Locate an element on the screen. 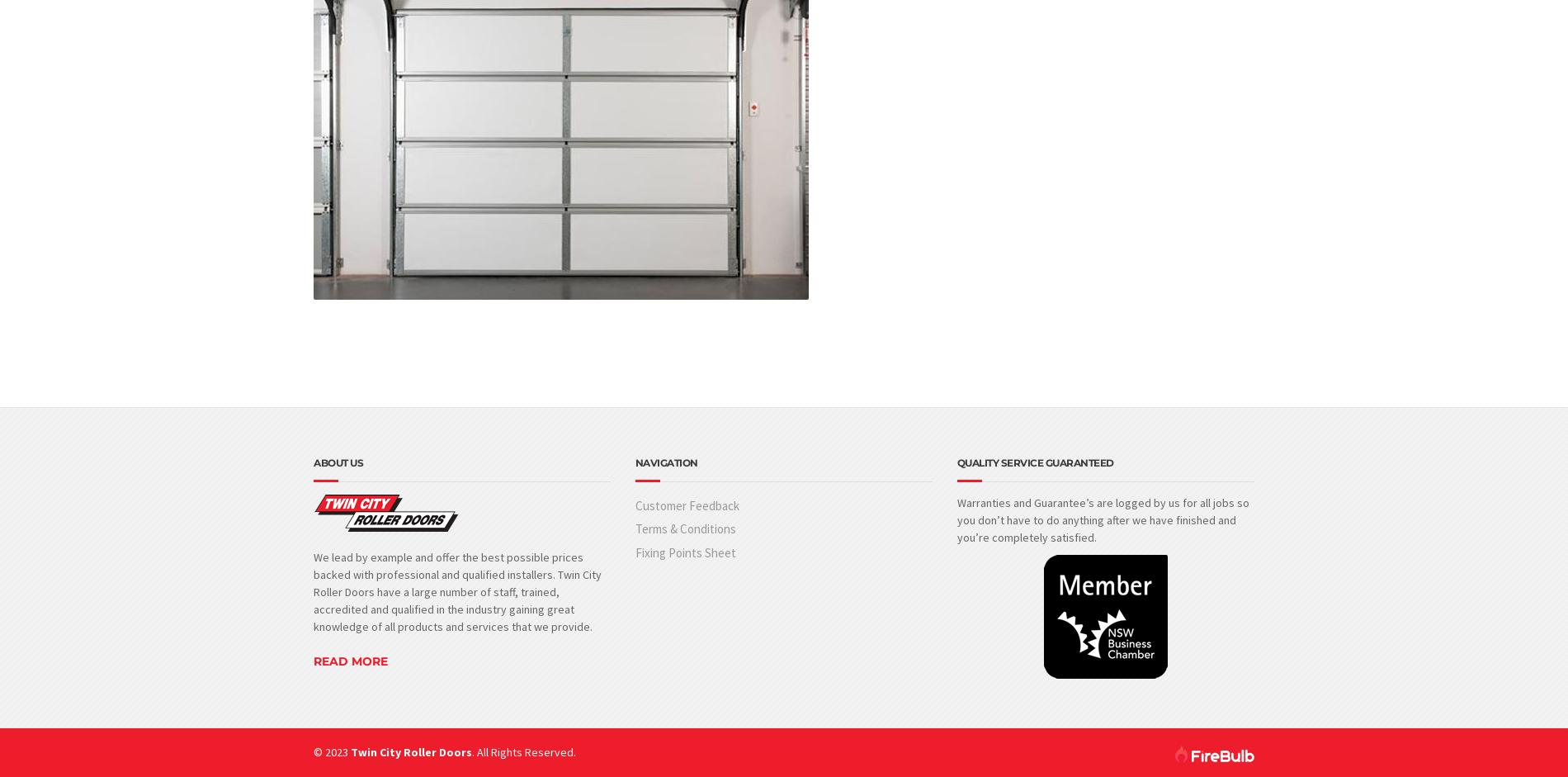 This screenshot has height=777, width=1568. 'NAVIGATION' is located at coordinates (664, 462).